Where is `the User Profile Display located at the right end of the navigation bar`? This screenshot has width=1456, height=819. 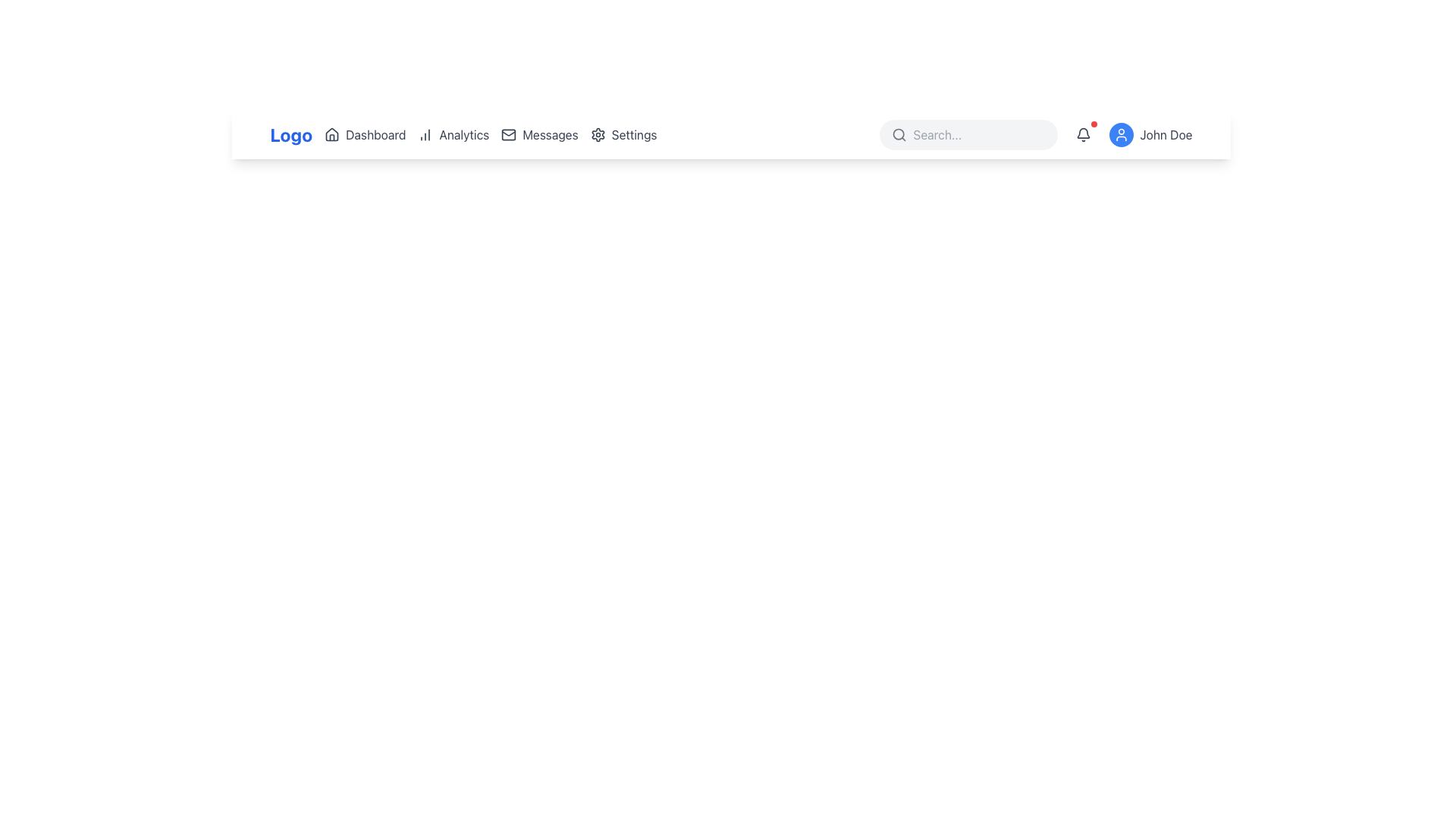
the User Profile Display located at the right end of the navigation bar is located at coordinates (1150, 133).